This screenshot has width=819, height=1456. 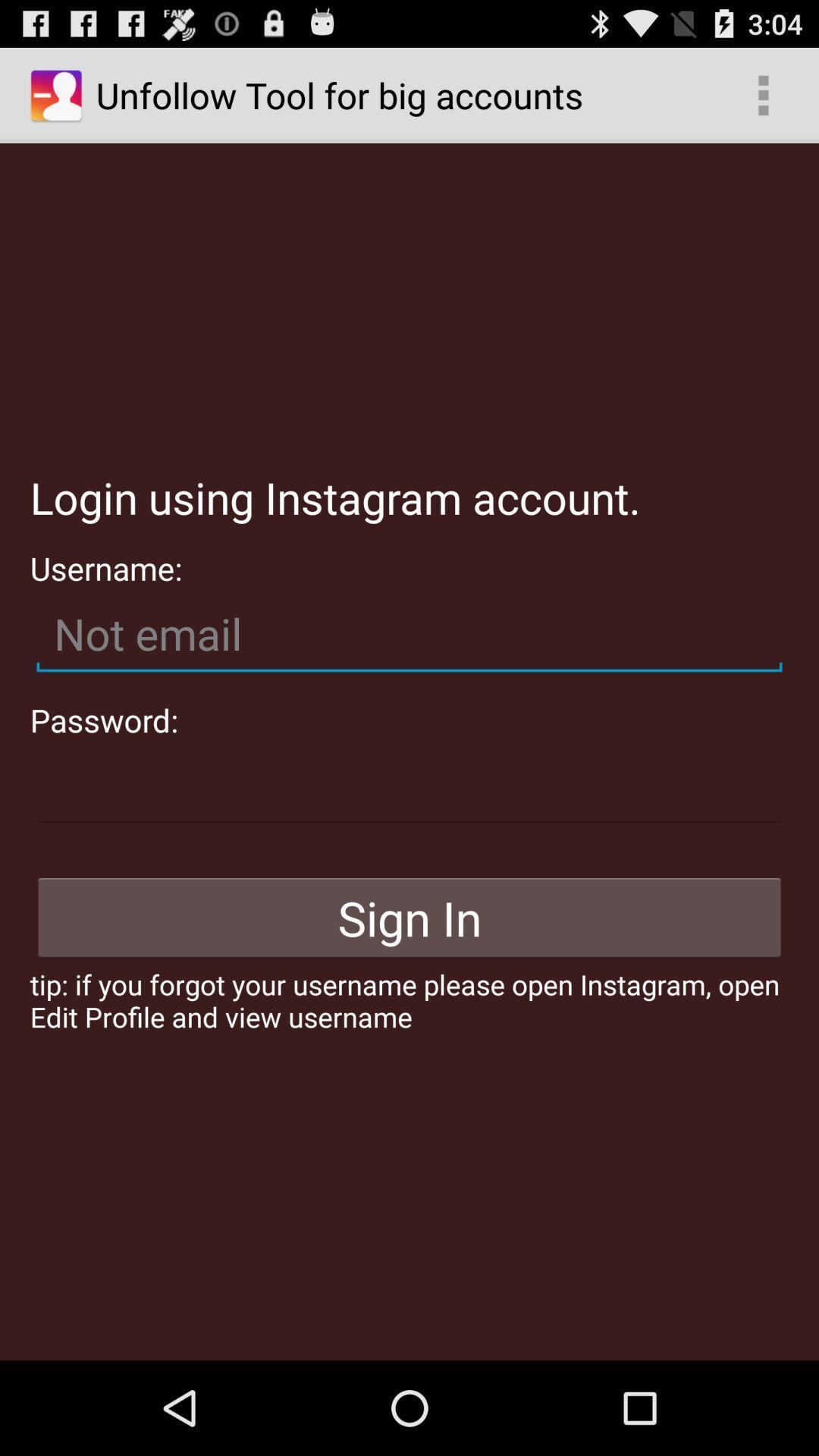 I want to click on the icon at the top right corner, so click(x=763, y=94).